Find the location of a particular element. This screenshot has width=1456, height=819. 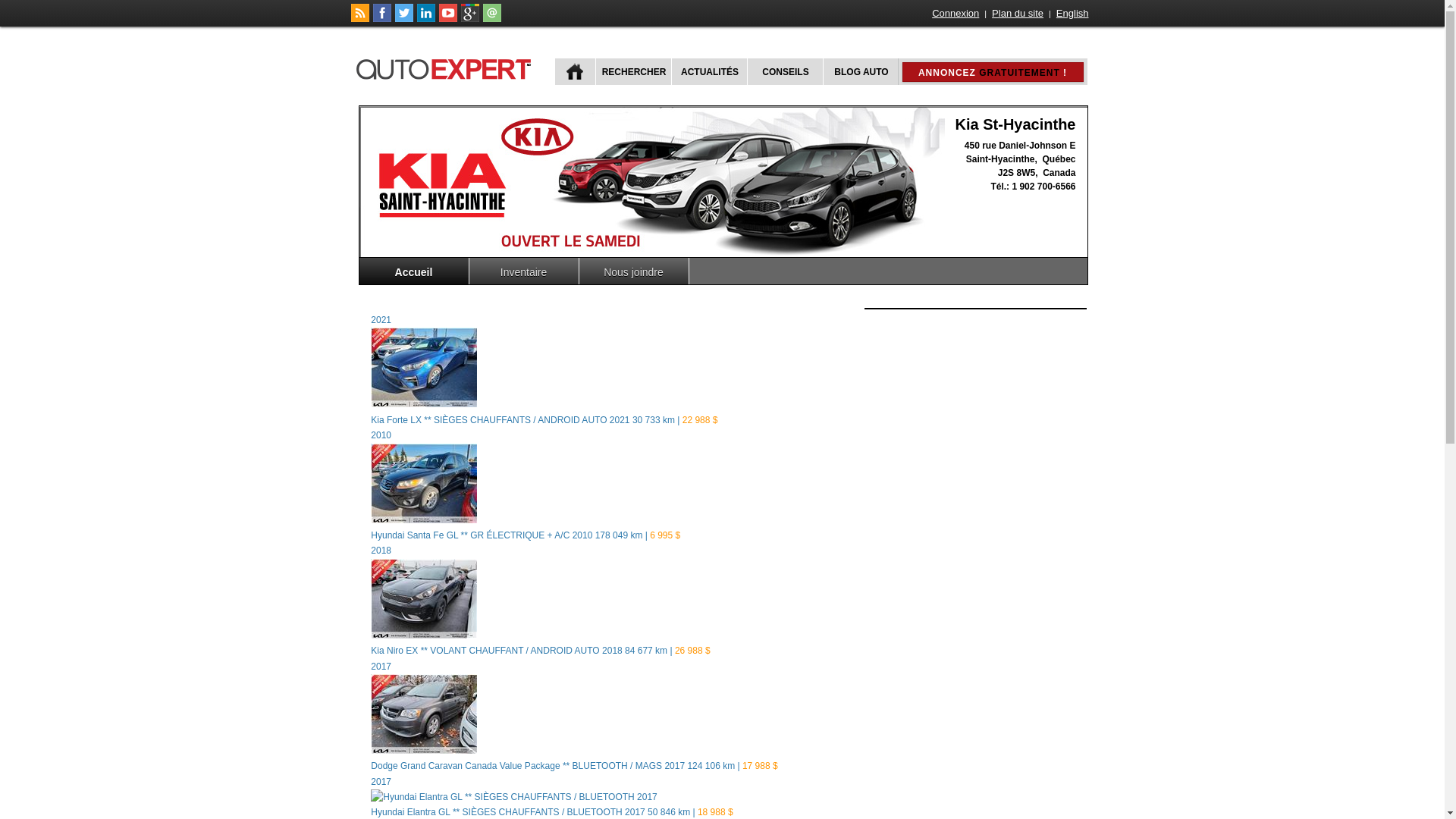

'CONSEILS' is located at coordinates (783, 71).